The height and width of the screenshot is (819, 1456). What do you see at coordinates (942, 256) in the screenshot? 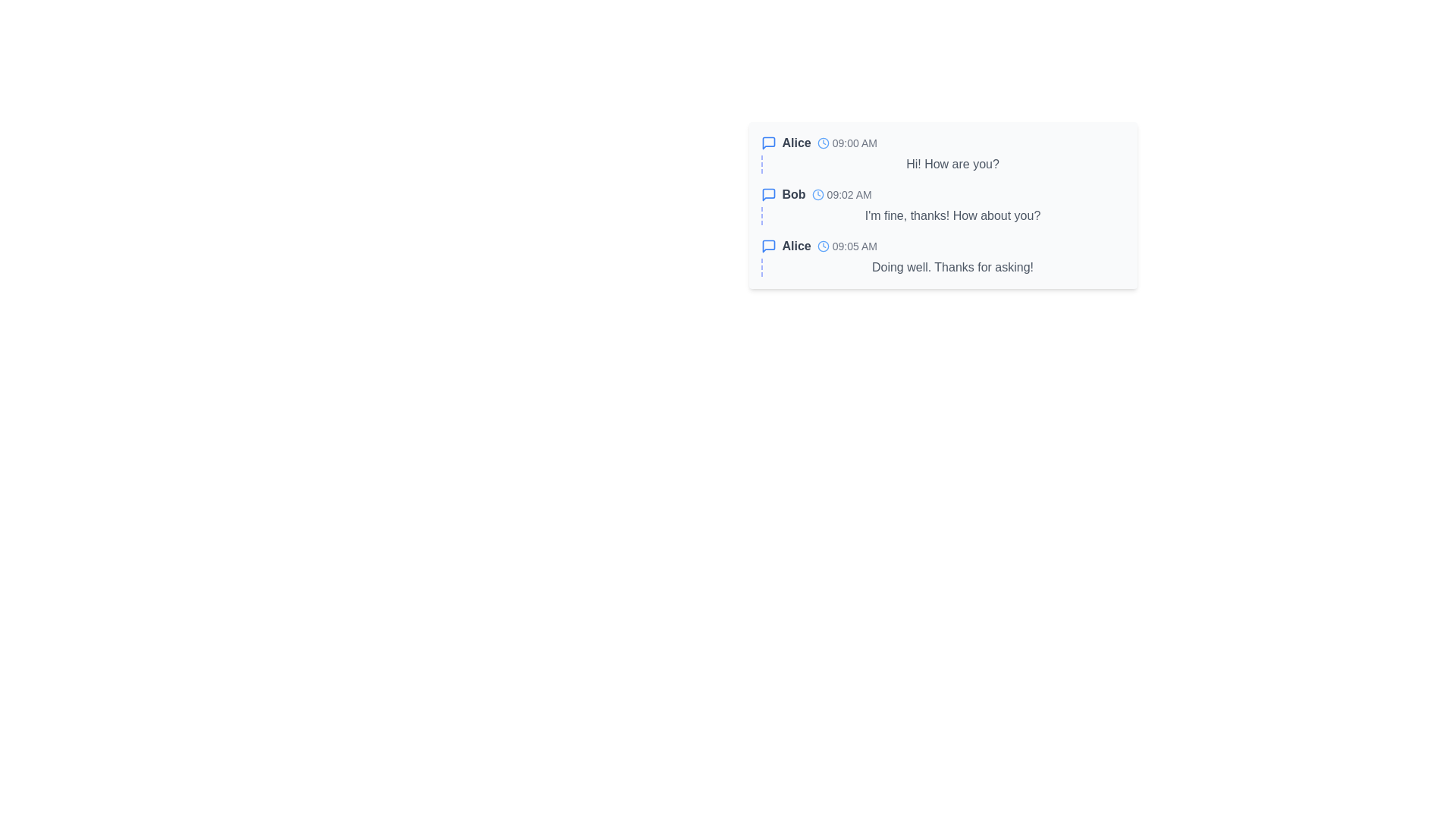
I see `the chat message entry from 'Alice' containing the timestamp '09:05 AM' and the message 'Doing well. Thanks for asking!' to interact with it` at bounding box center [942, 256].